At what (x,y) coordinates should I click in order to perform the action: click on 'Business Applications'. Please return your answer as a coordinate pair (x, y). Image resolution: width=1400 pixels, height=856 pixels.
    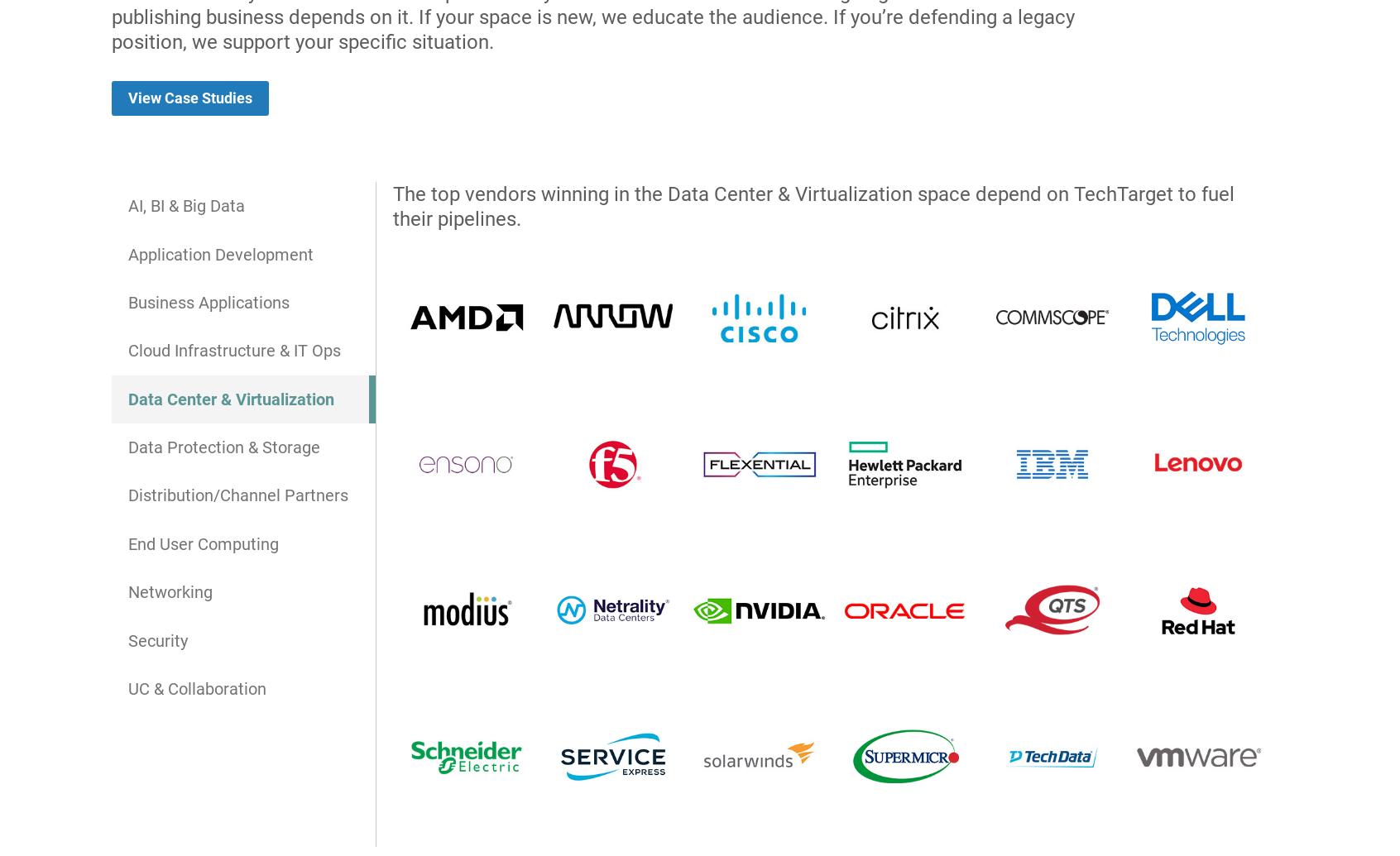
    Looking at the image, I should click on (208, 302).